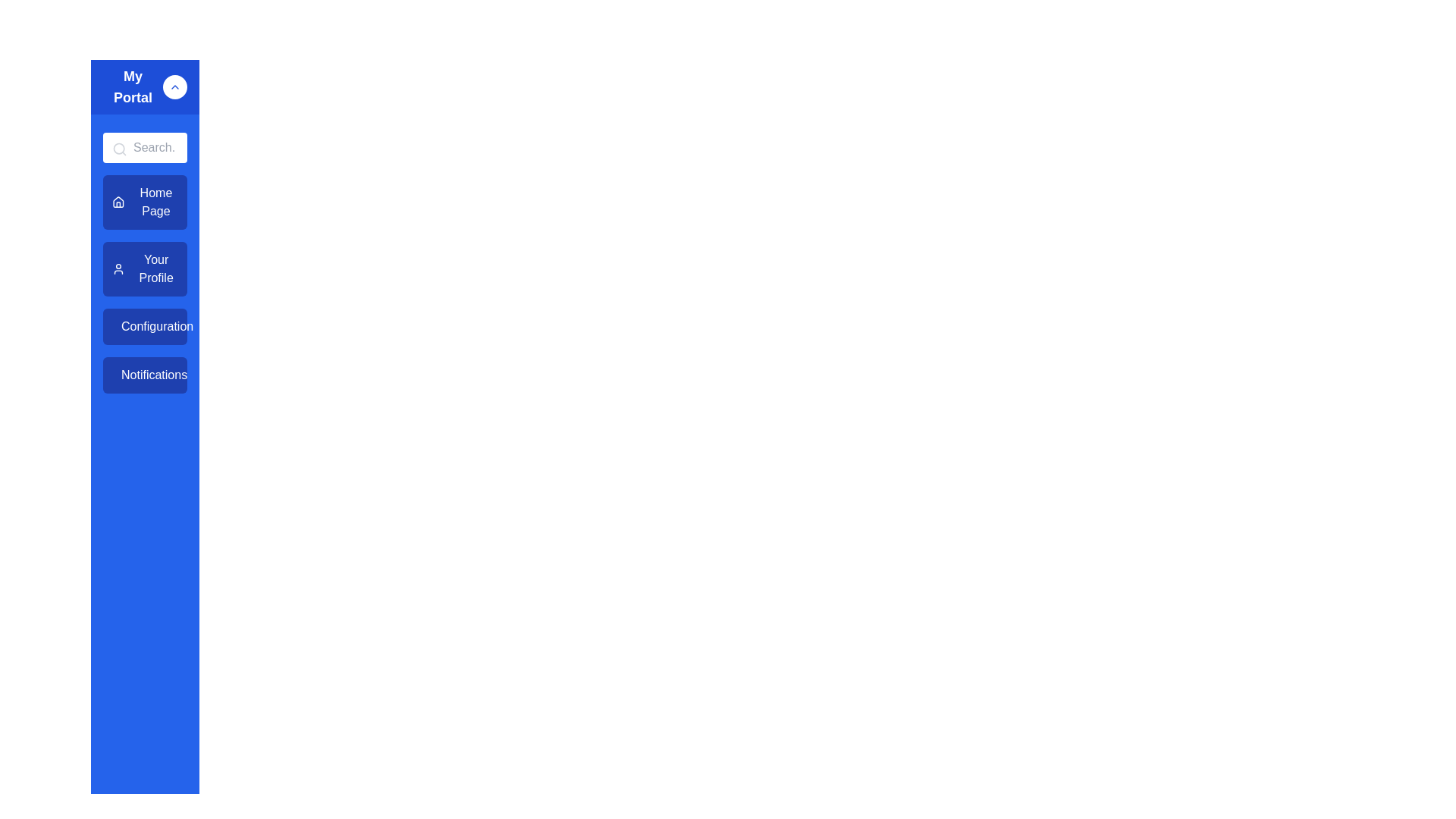 The height and width of the screenshot is (819, 1456). Describe the element at coordinates (118, 201) in the screenshot. I see `the house icon element representing the 'Home Page' navigation button, located in the sidebar navigation menu` at that location.